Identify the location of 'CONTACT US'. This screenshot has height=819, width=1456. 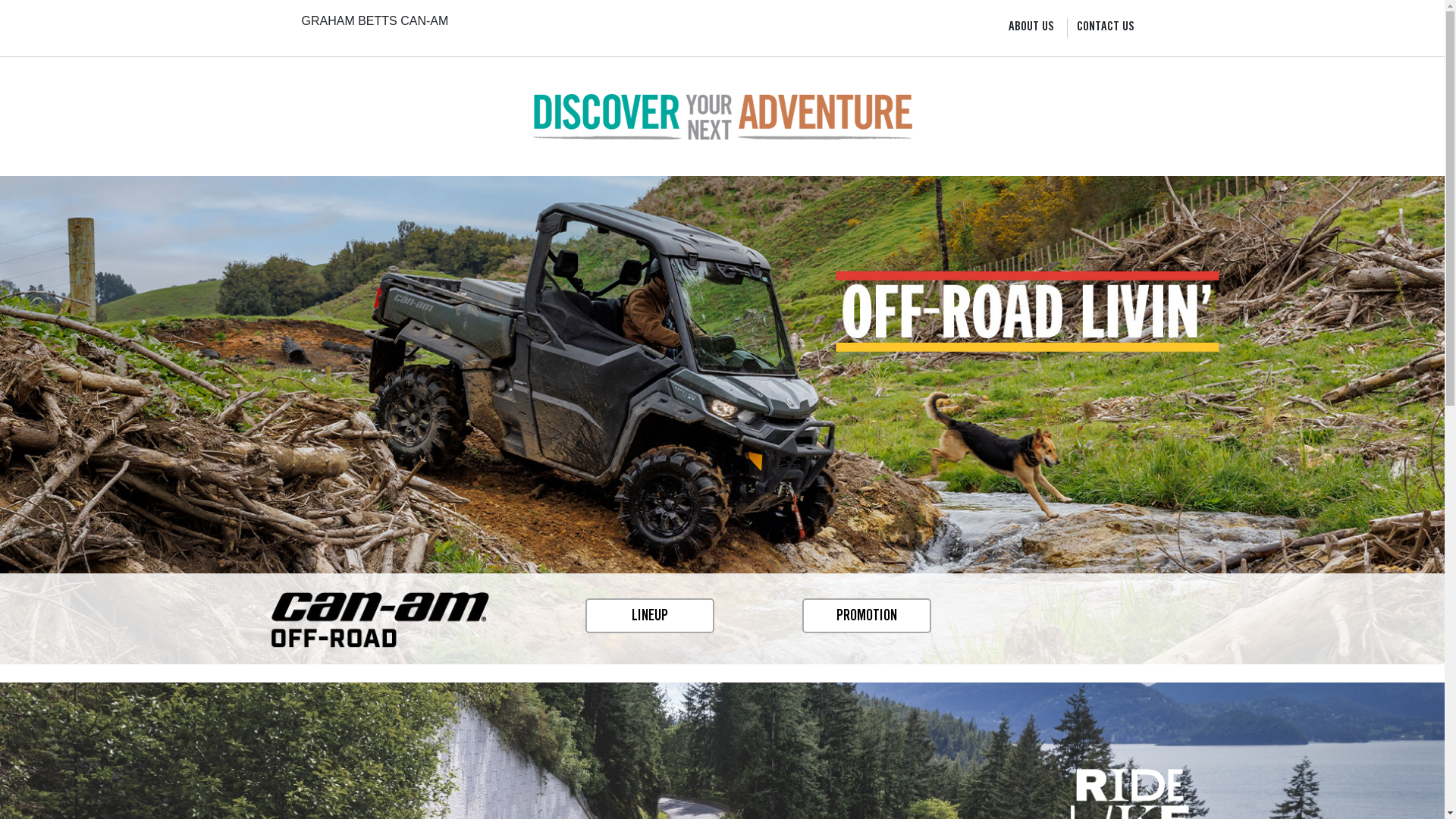
(1076, 28).